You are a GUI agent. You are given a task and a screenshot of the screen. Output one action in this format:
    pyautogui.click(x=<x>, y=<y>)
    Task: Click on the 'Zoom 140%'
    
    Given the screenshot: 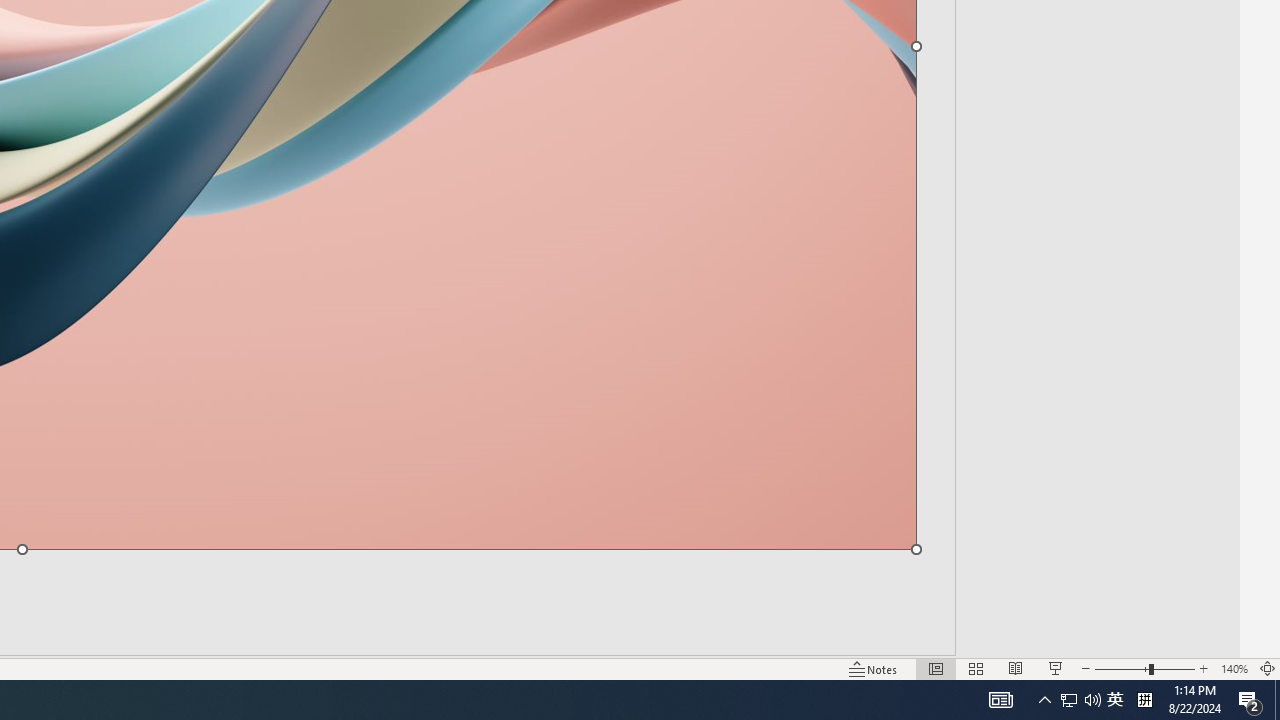 What is the action you would take?
    pyautogui.click(x=1233, y=669)
    